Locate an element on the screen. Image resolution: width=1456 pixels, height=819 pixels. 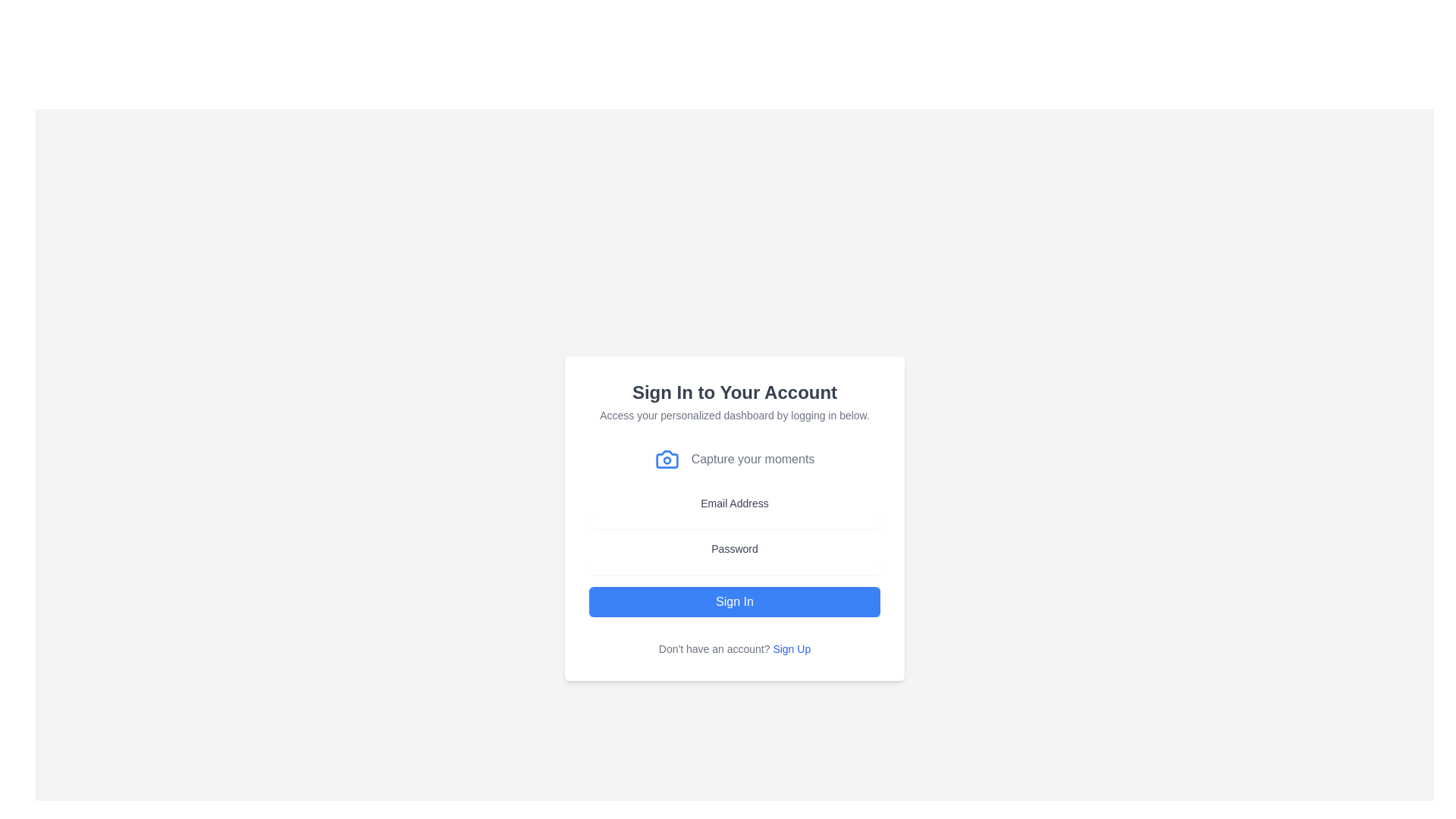
the 'Password' Text Label, which is positioned between the 'Email Address' group and the 'Sign In' button in the vertically aligned form layout is located at coordinates (735, 558).